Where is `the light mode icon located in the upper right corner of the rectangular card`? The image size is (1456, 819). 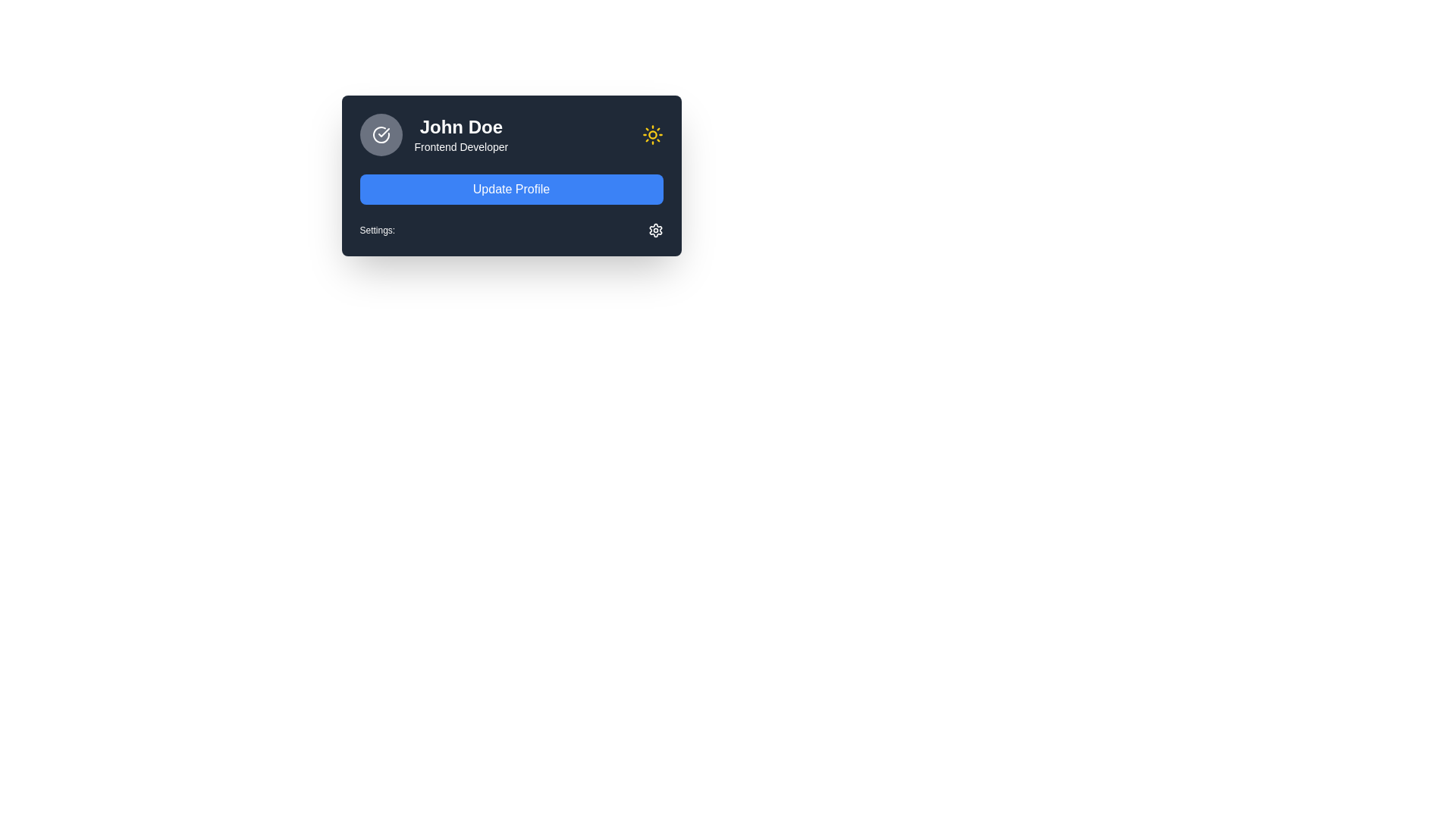
the light mode icon located in the upper right corner of the rectangular card is located at coordinates (652, 133).